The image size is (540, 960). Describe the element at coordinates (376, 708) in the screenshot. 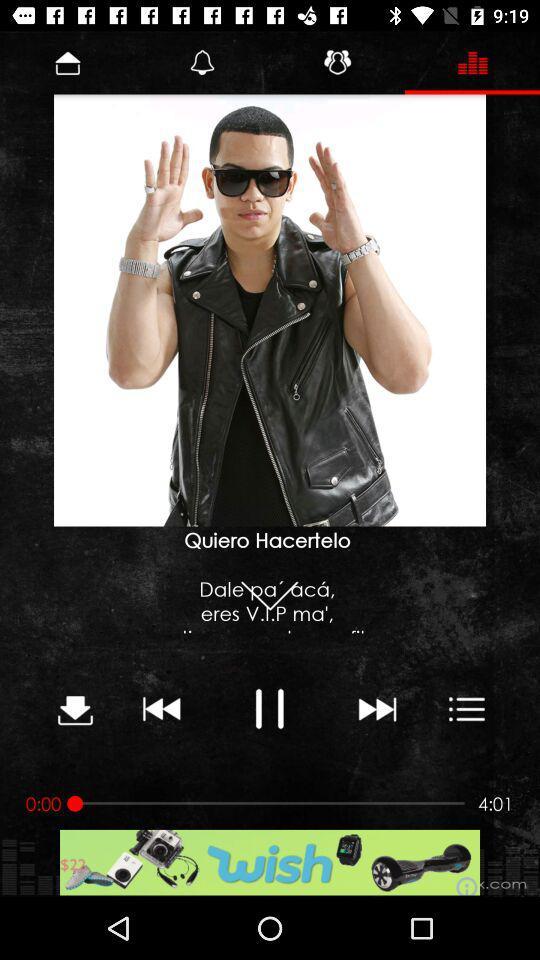

I see `the skip_next icon` at that location.